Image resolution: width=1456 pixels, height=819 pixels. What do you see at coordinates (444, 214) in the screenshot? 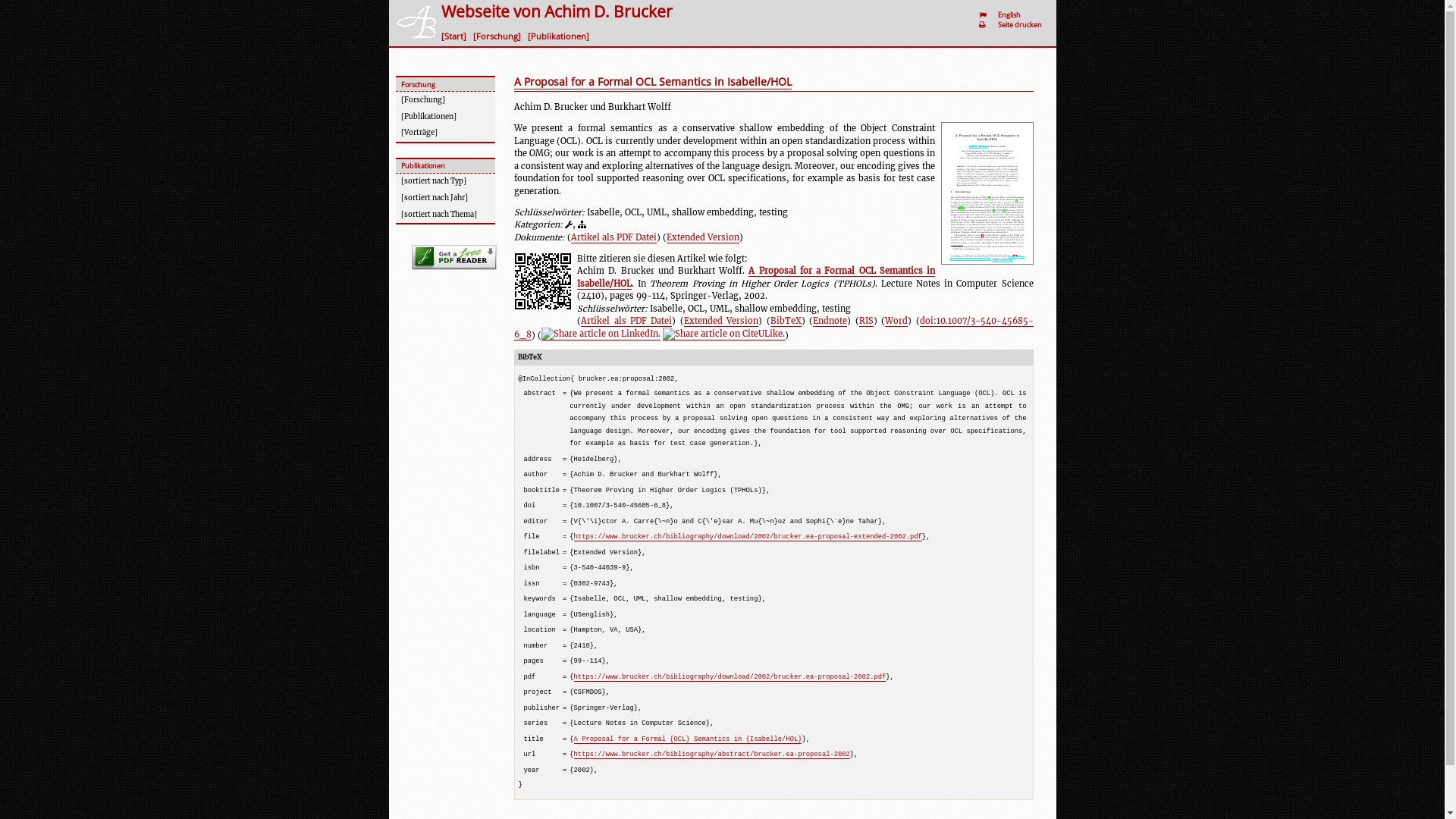
I see `'[sortiert nach Thema]'` at bounding box center [444, 214].